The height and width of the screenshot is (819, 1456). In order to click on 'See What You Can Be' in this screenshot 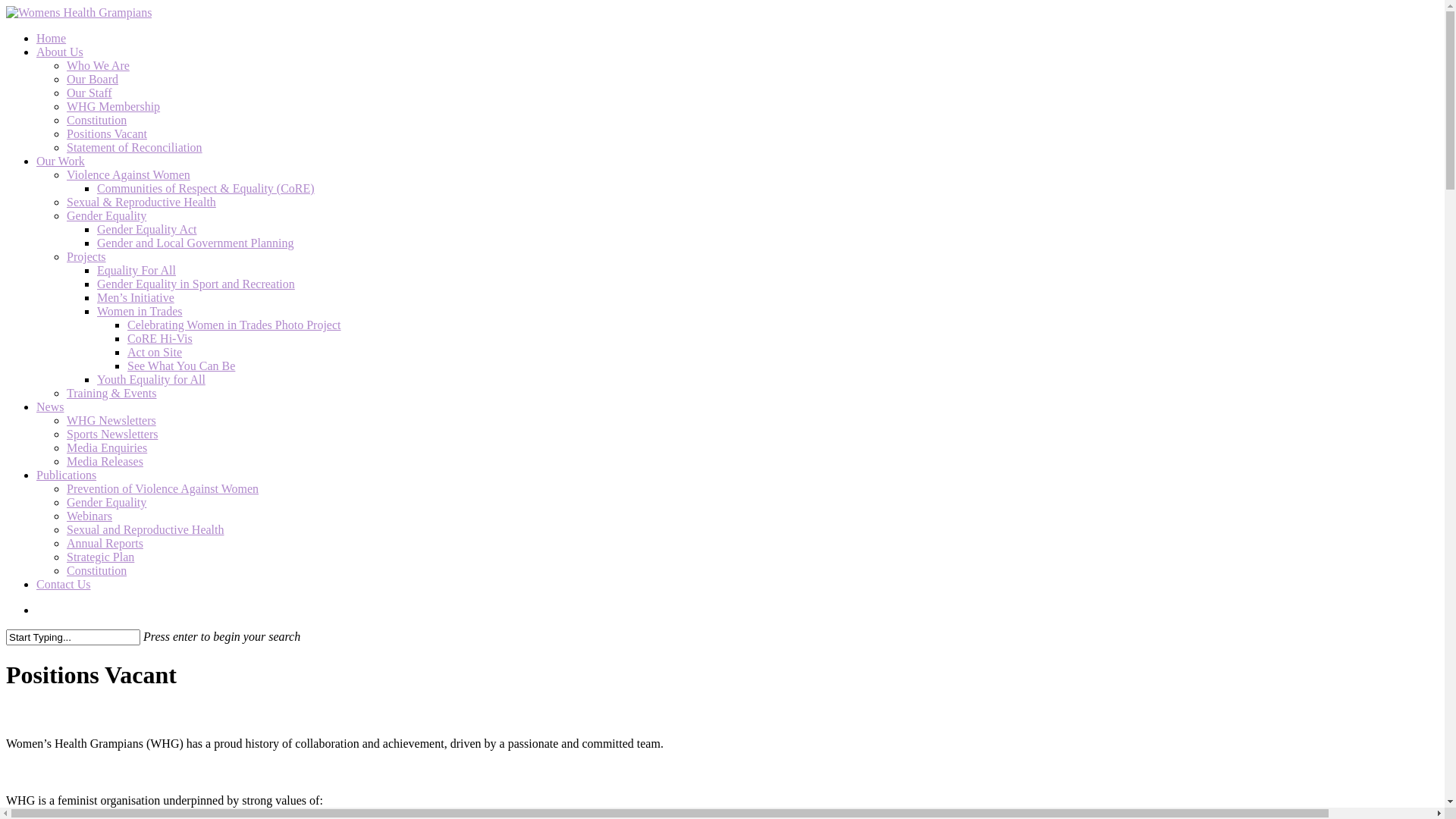, I will do `click(181, 366)`.